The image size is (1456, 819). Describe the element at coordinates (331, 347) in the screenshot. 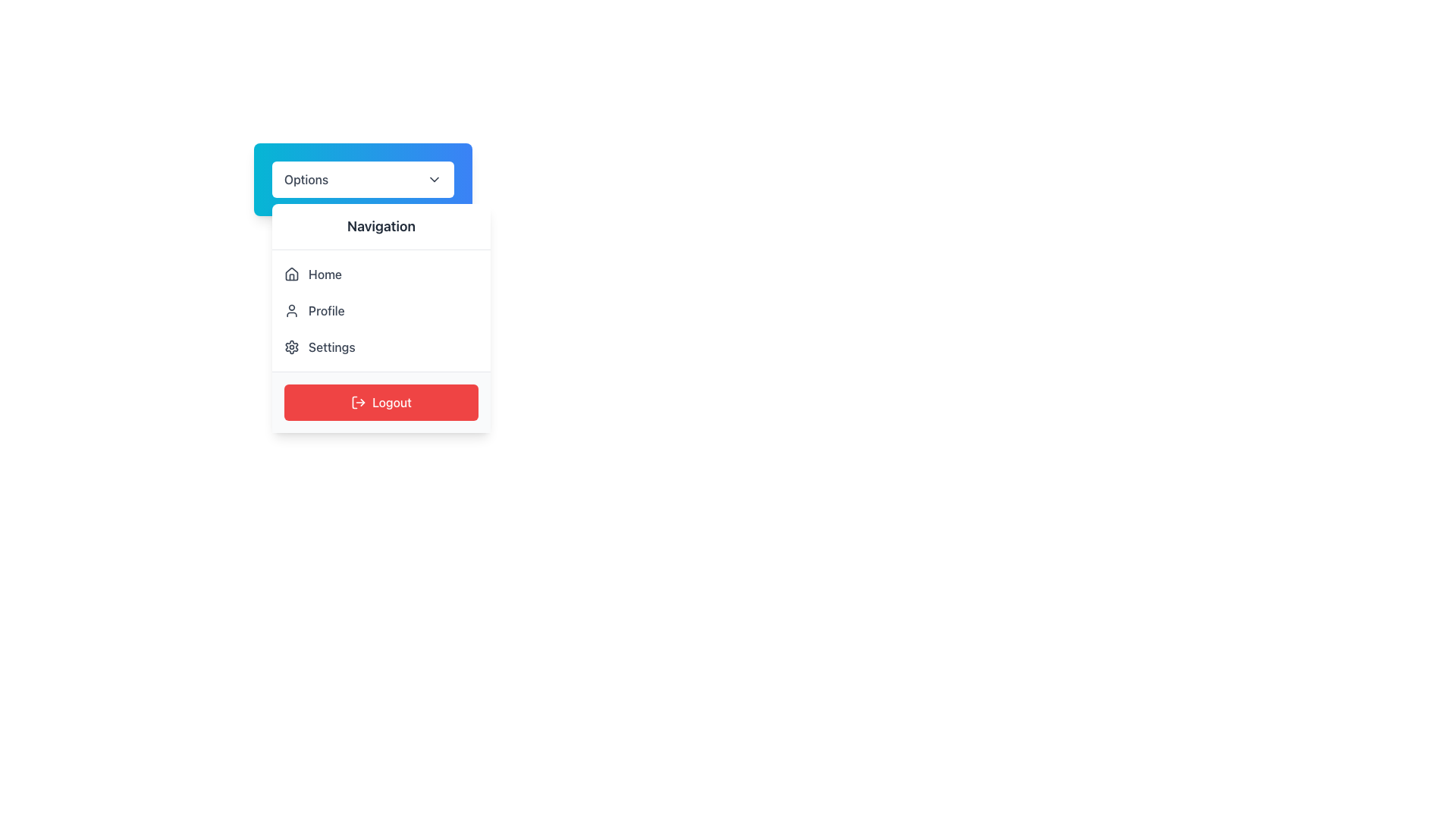

I see `the 'Settings' text label, which is displayed in medium gray font and located to the right of a cogwheel icon within the dropdown menu under the navigation section` at that location.